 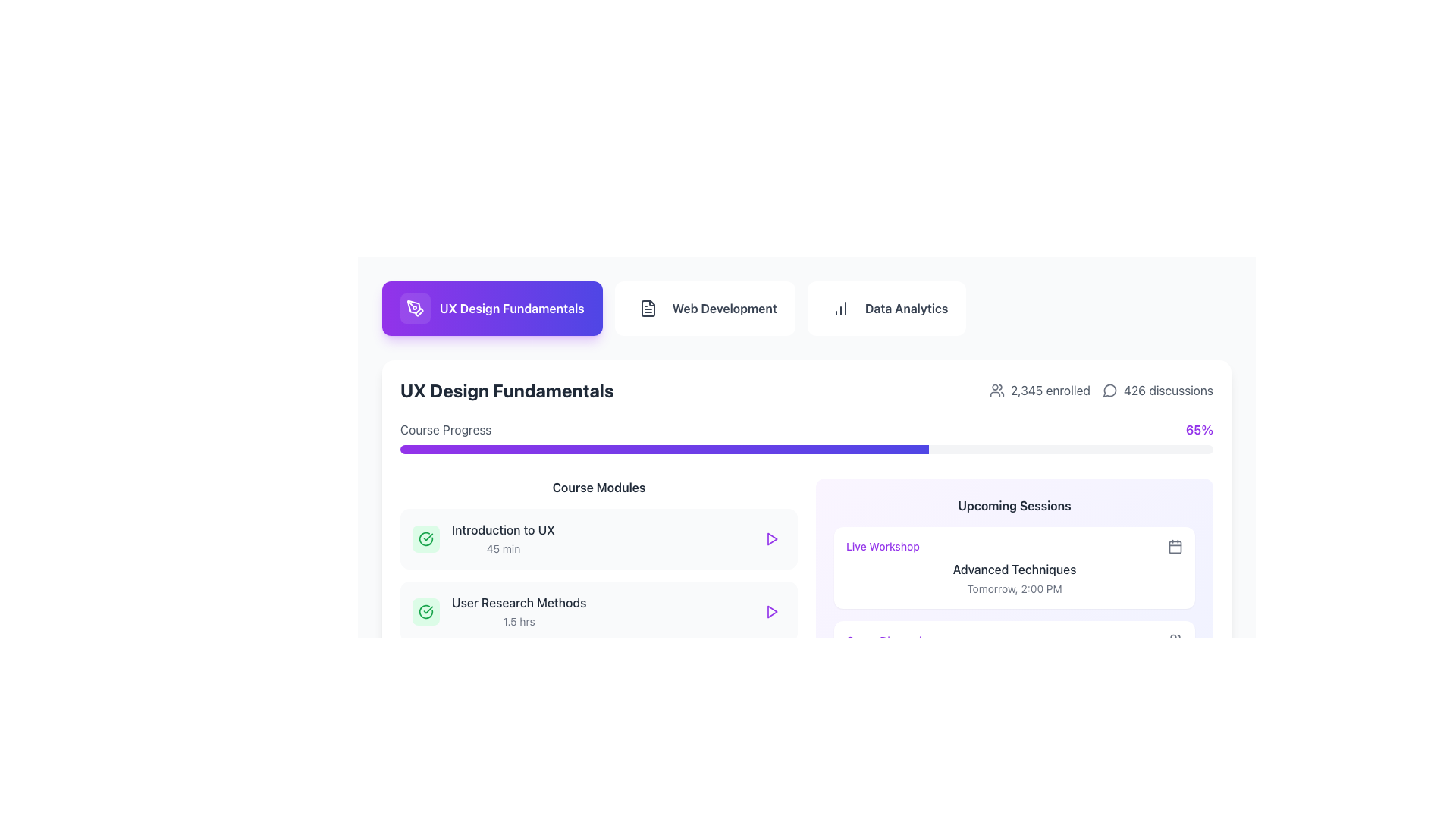 What do you see at coordinates (1175, 640) in the screenshot?
I see `the user or group-related icon located at the bottom-right corner of the 'Group Discussion' section` at bounding box center [1175, 640].